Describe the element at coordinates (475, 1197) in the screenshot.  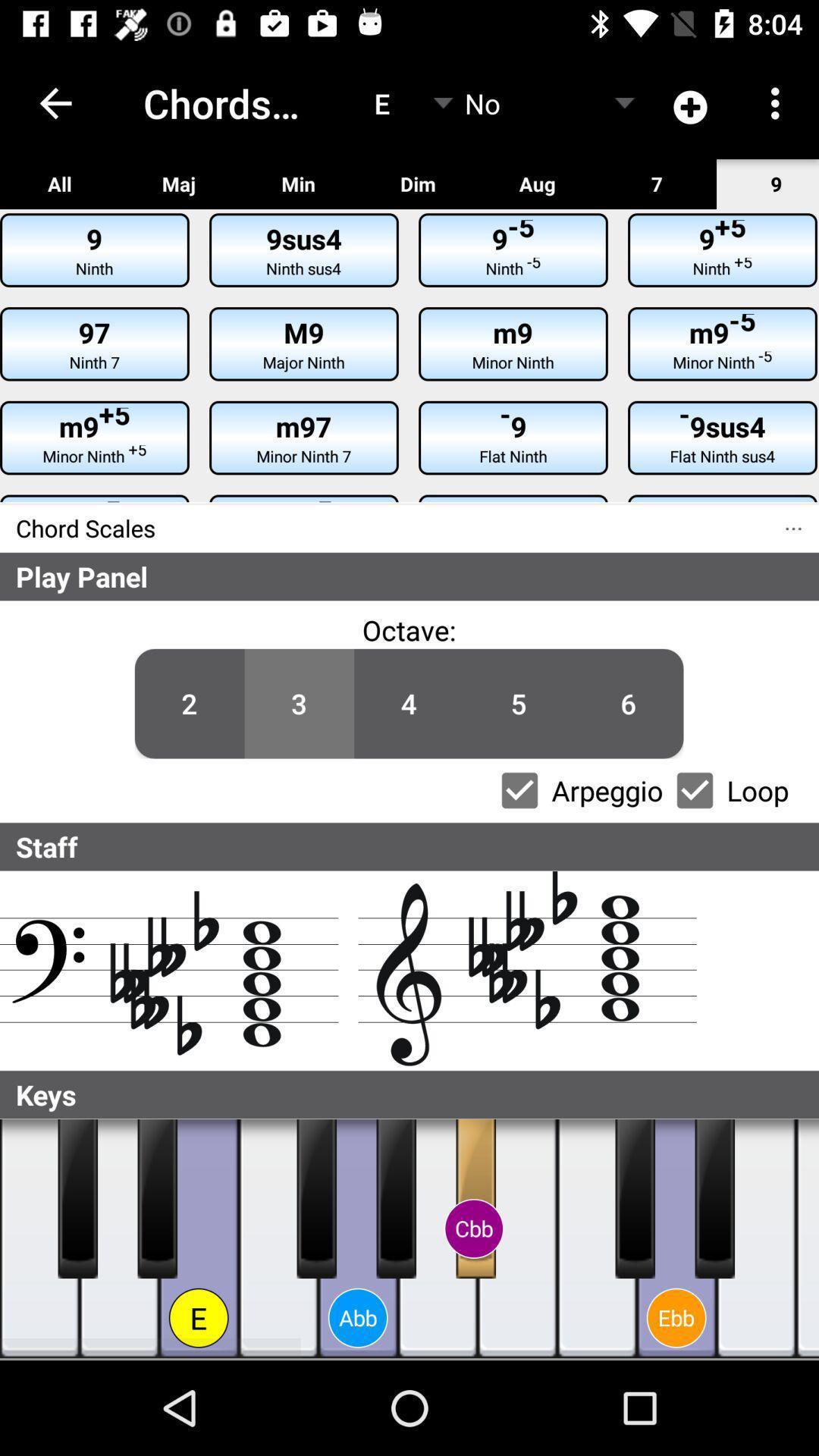
I see `hit cbb key` at that location.